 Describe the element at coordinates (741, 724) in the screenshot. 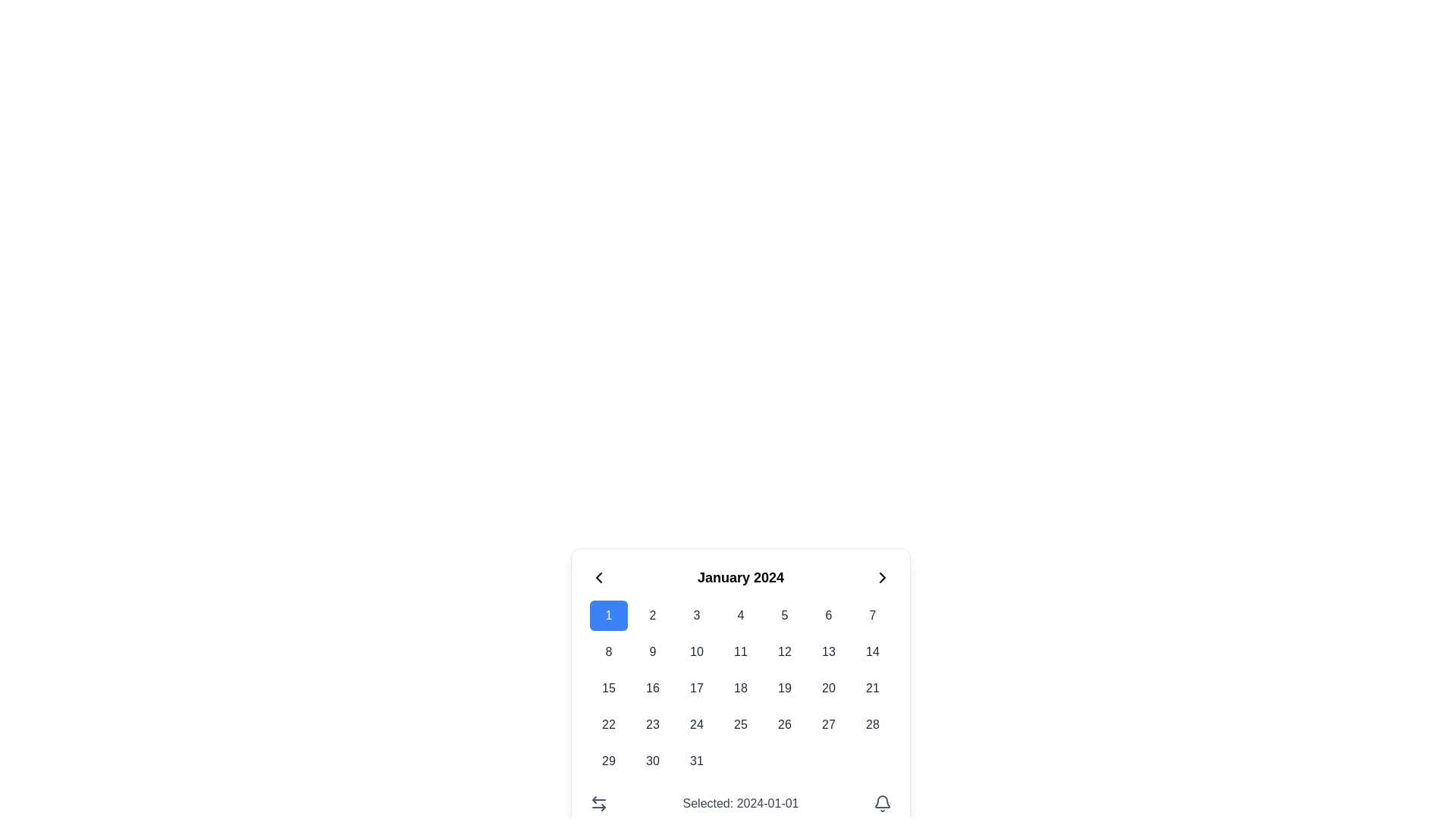

I see `the calendar date element representing the 25th of January 2024, located in the fifth week and fourth column of the calendar grid` at that location.